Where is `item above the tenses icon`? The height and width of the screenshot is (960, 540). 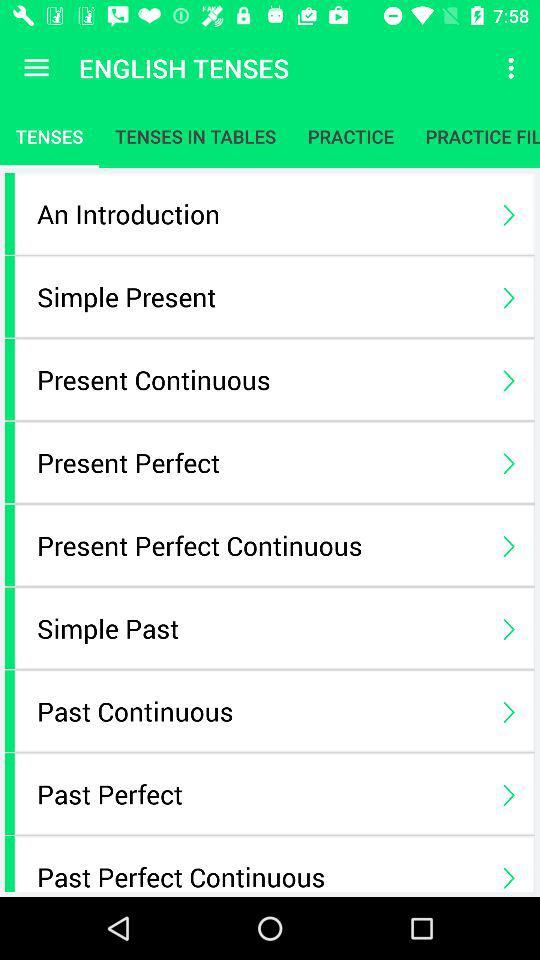
item above the tenses icon is located at coordinates (36, 68).